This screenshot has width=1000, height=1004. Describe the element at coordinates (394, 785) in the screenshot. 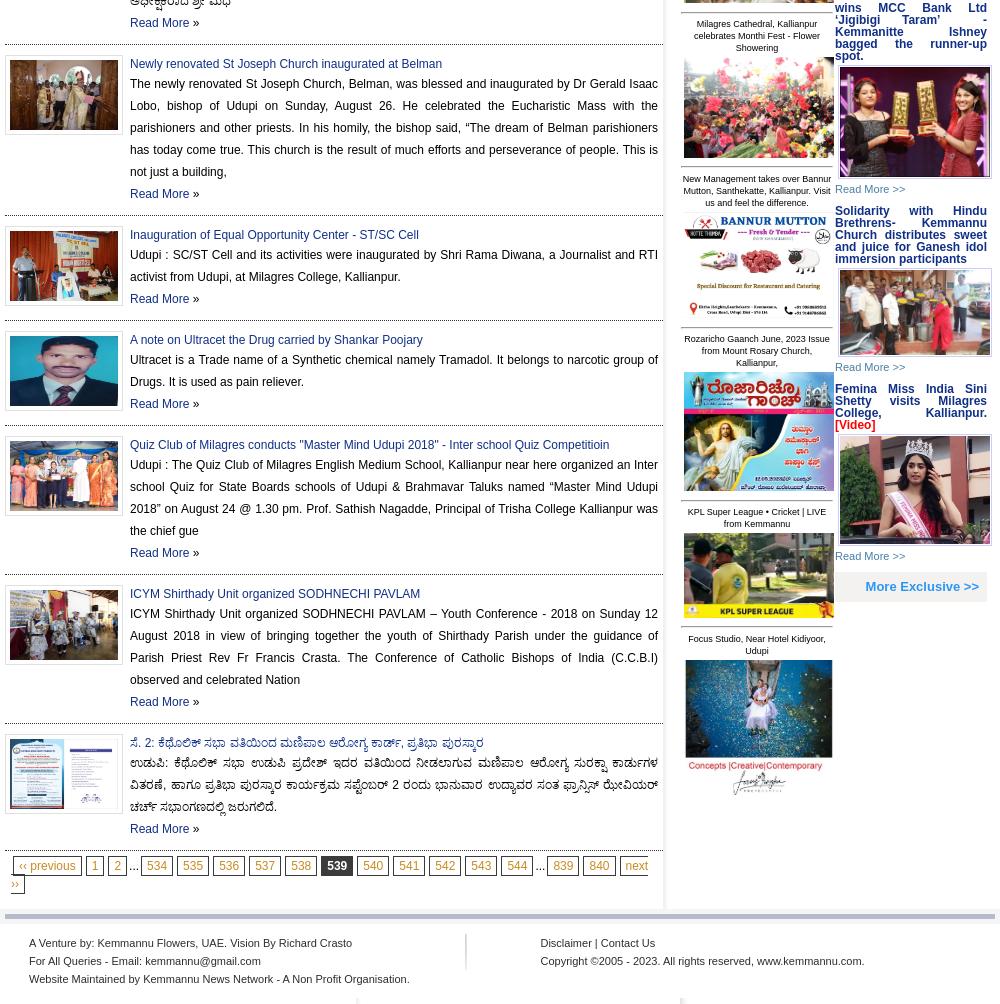

I see `'ಉಡುಪಿ: ಕೆಥೊಲಿಕ್ ಸಭಾ ಉಡುಪಿ ಪ್ರದೇಶ್ ಇದರ ವತಿಯಿಂದ ನೀಡಲಾಗುವ ಮಣಿಪಾಲ ಆರೋಗ್ಯ ಸುರಕ್ಷಾ ಕಾರ್ಡುಗಳ ವಿತರಣೆ, ಹಾಗೂ ಪ್ರತಿಭಾ ಪುರಸ್ಕಾರ ಕಾರ್ಯಕ್ರಮ ಸಪ್ಟೆಂಬರ್ 2 ರಂದು ಭಾನುವಾರ ಉದ್ಯಾವರ ಸಂತ ಫ್ರಾನ್ಸಿಸ್ ಝೇವಿಯರ್ ಚರ್ಚ್ ಸಭಾಂಗಣದಲ್ಲಿ ಜರುಗಲಿದೆ.'` at that location.